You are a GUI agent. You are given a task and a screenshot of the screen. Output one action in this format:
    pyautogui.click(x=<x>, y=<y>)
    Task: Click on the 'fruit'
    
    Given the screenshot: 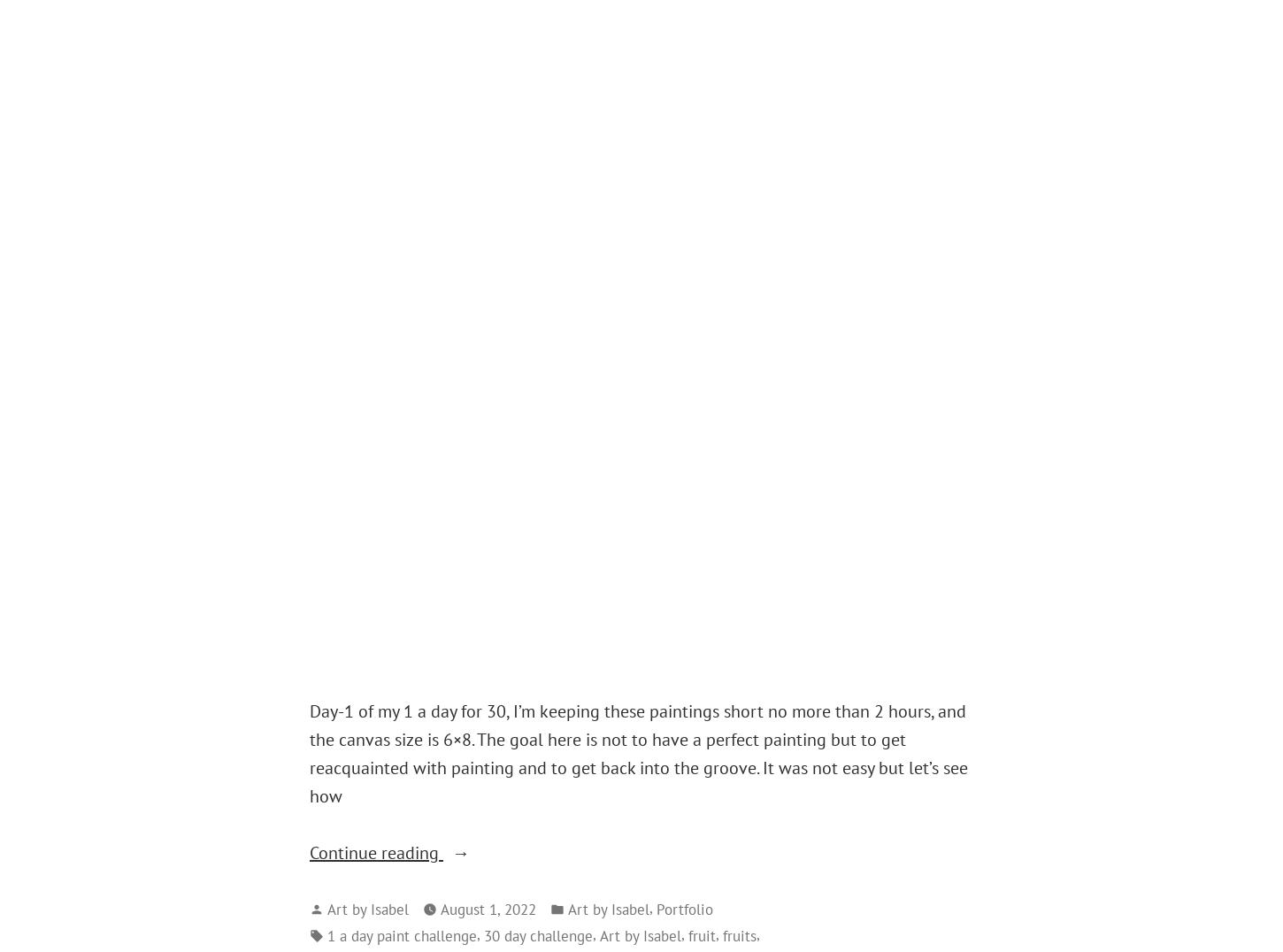 What is the action you would take?
    pyautogui.click(x=702, y=934)
    